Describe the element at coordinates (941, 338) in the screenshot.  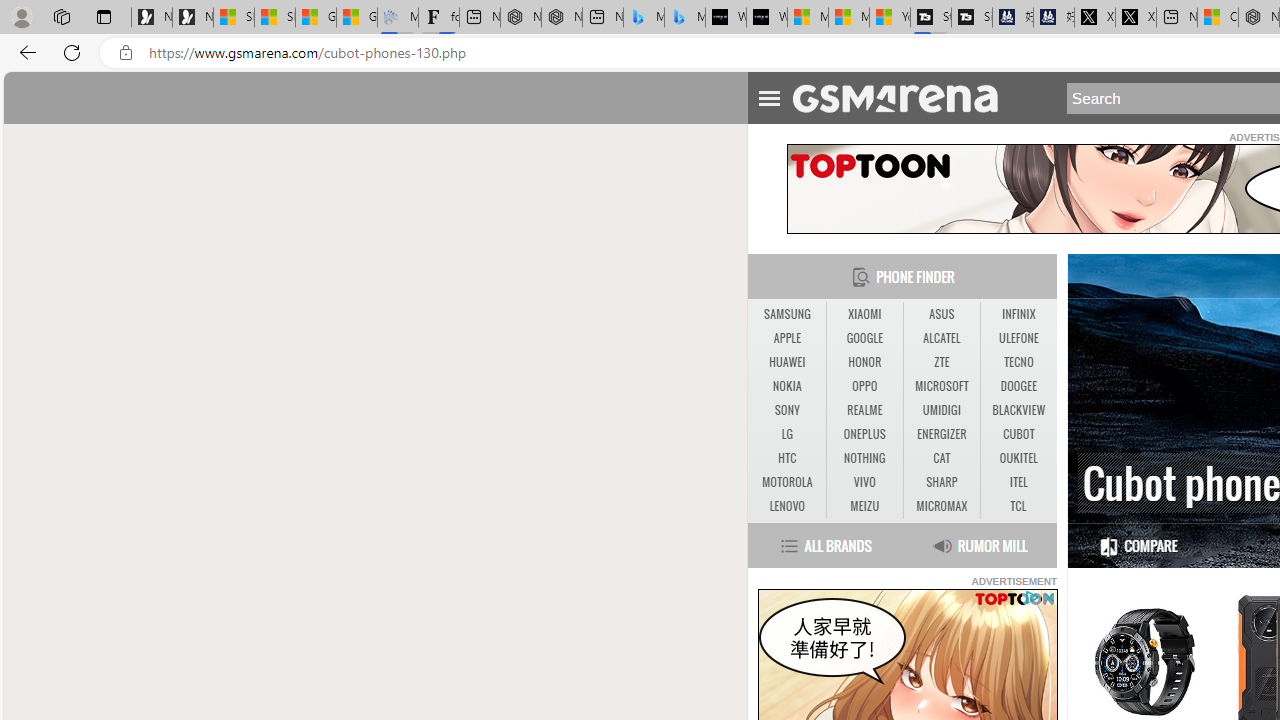
I see `'ALCATEL'` at that location.